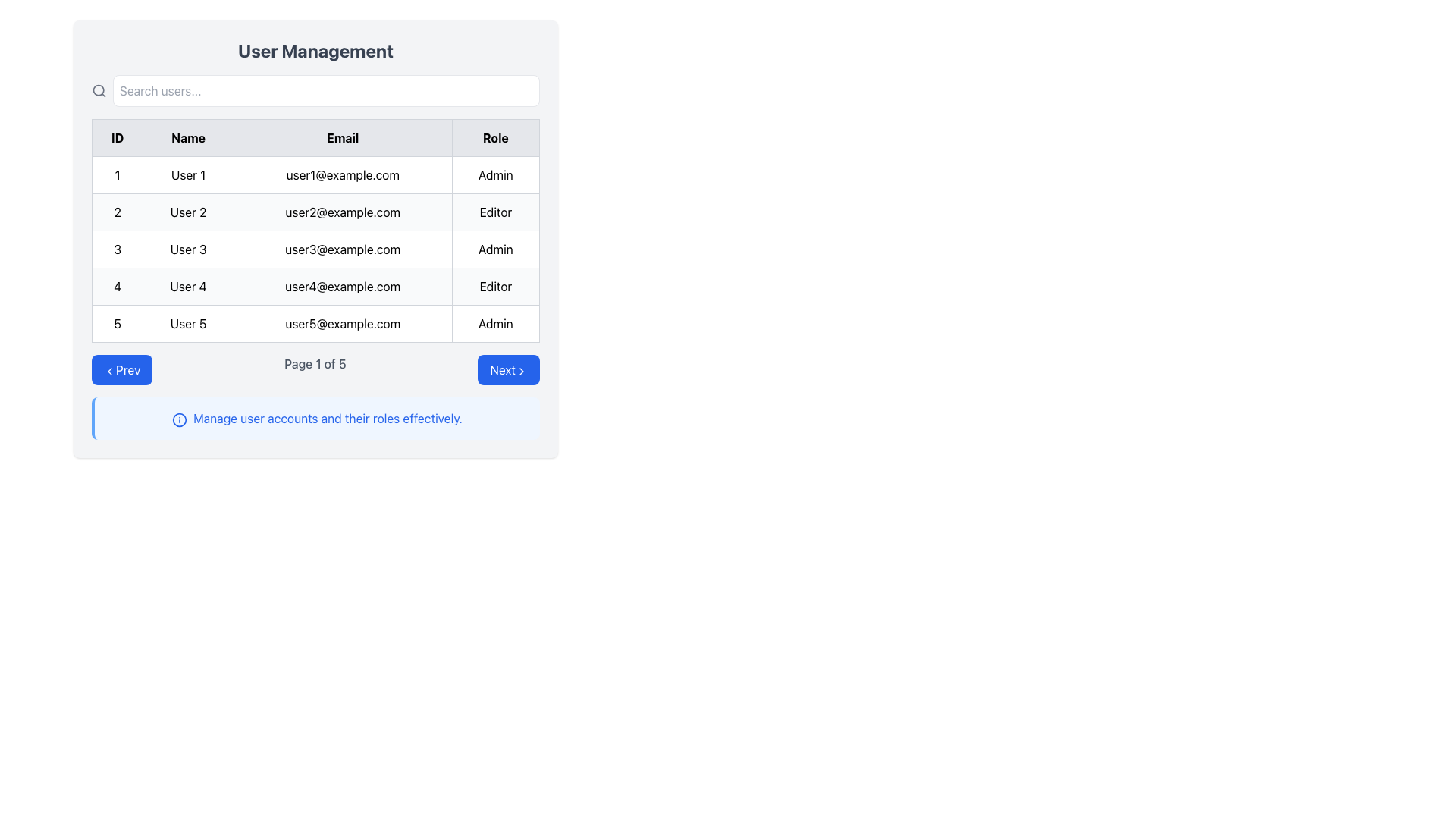 This screenshot has width=1456, height=819. What do you see at coordinates (315, 248) in the screenshot?
I see `the non-interactive table row displaying user details for User 3, located in the third row of the user management table` at bounding box center [315, 248].